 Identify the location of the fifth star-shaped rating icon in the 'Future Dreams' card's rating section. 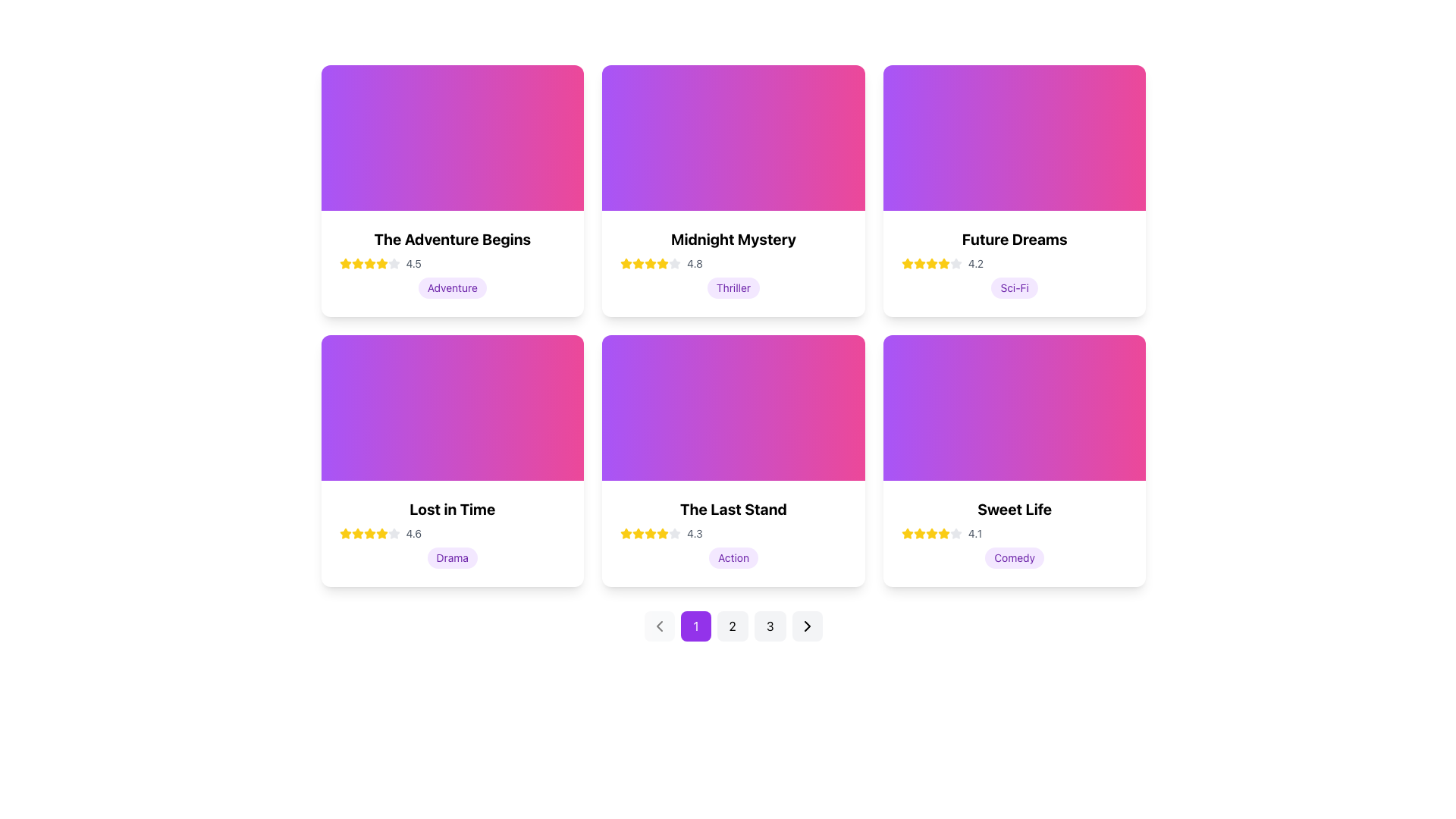
(955, 262).